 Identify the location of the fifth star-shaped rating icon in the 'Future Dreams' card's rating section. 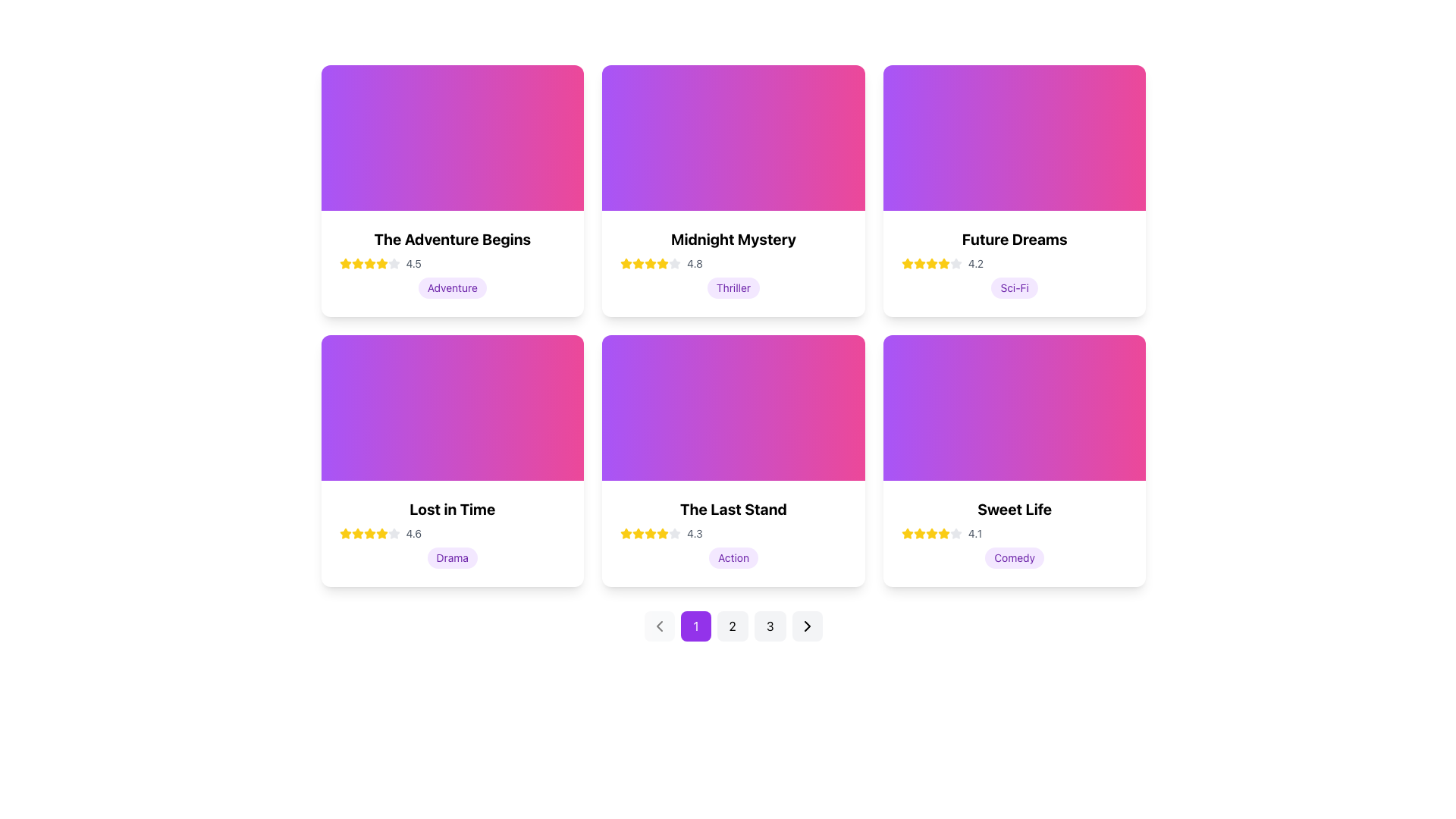
(955, 262).